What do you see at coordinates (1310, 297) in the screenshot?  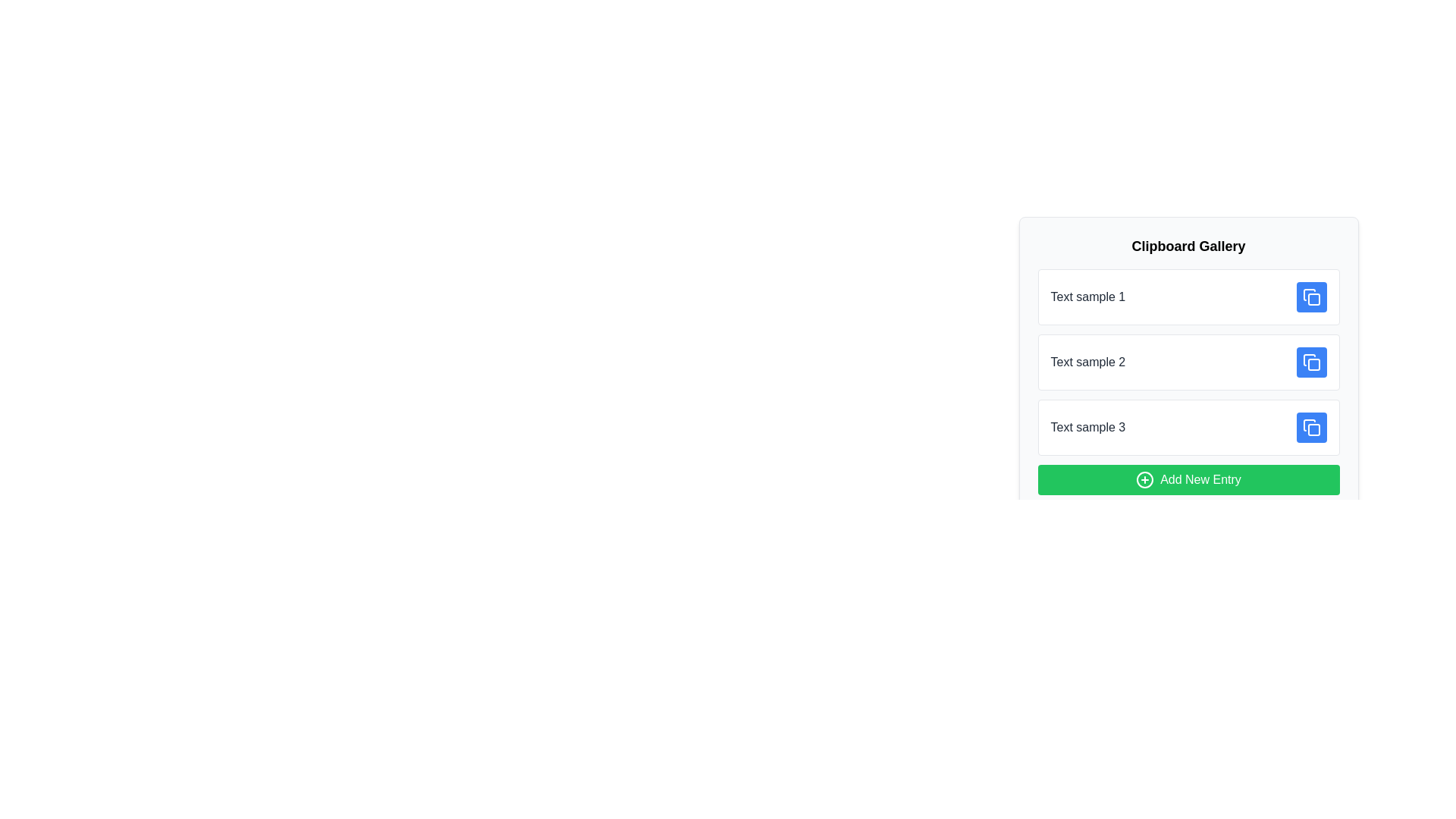 I see `the button containing an icon located to the far-right of the row associated with 'Text sample 1'` at bounding box center [1310, 297].